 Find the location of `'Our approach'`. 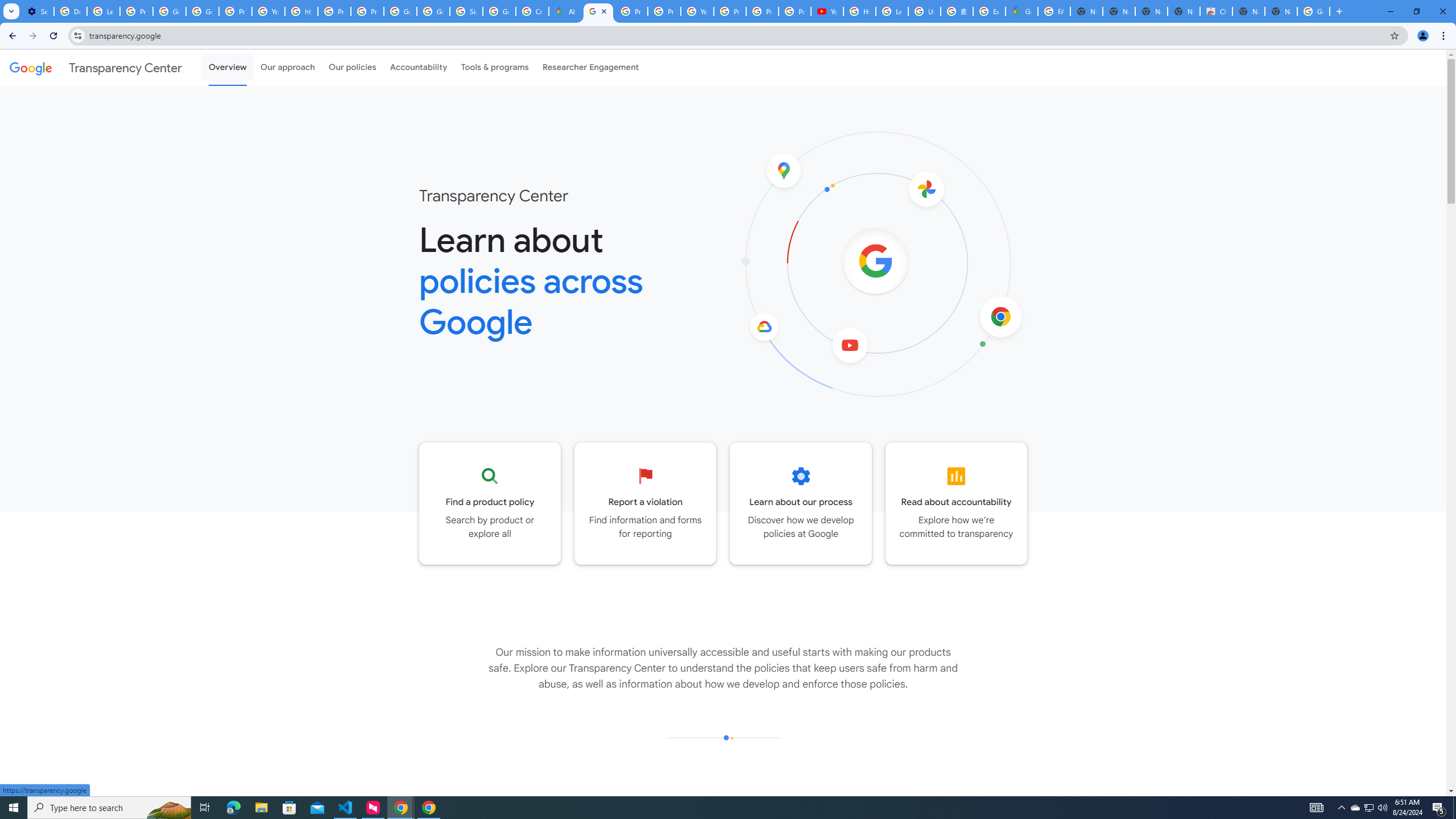

'Our approach' is located at coordinates (287, 67).